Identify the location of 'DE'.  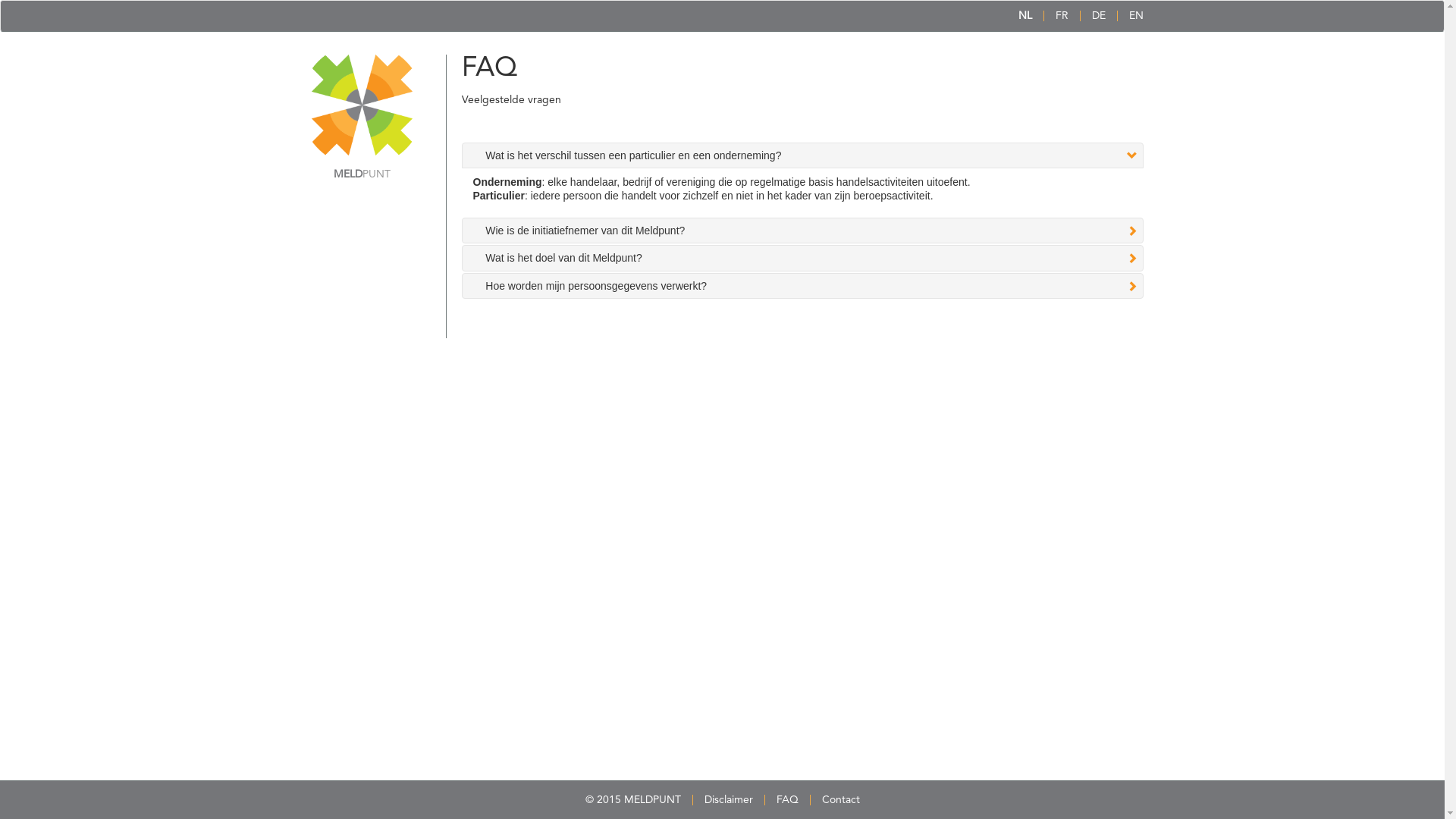
(1099, 15).